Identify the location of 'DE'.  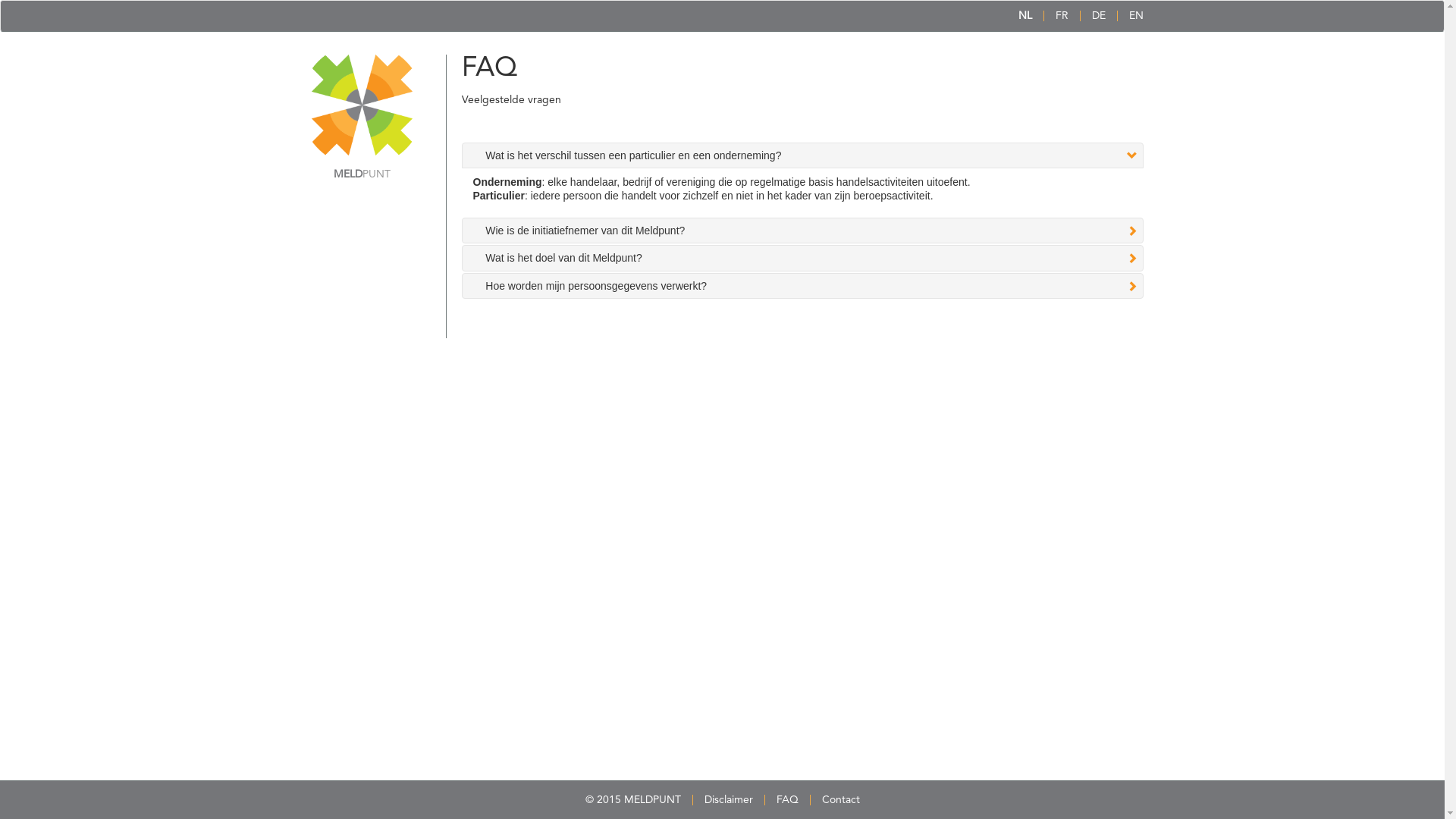
(1099, 15).